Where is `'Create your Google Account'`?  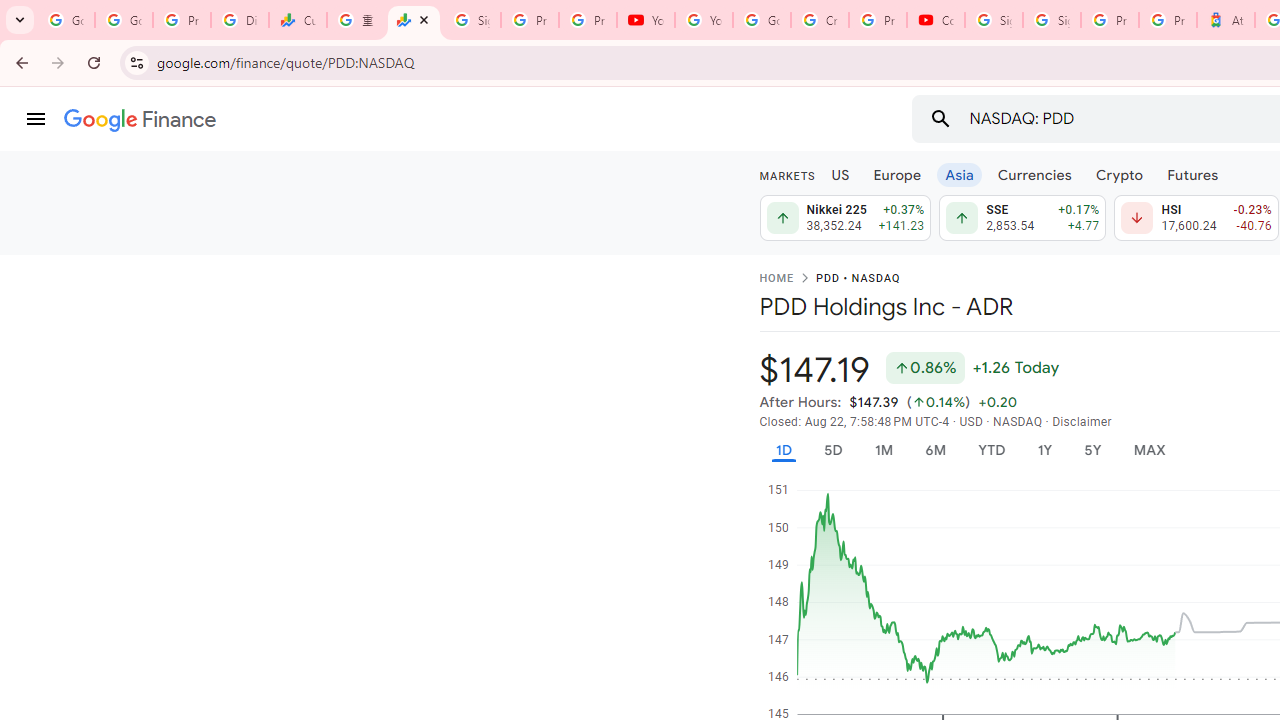 'Create your Google Account' is located at coordinates (819, 20).